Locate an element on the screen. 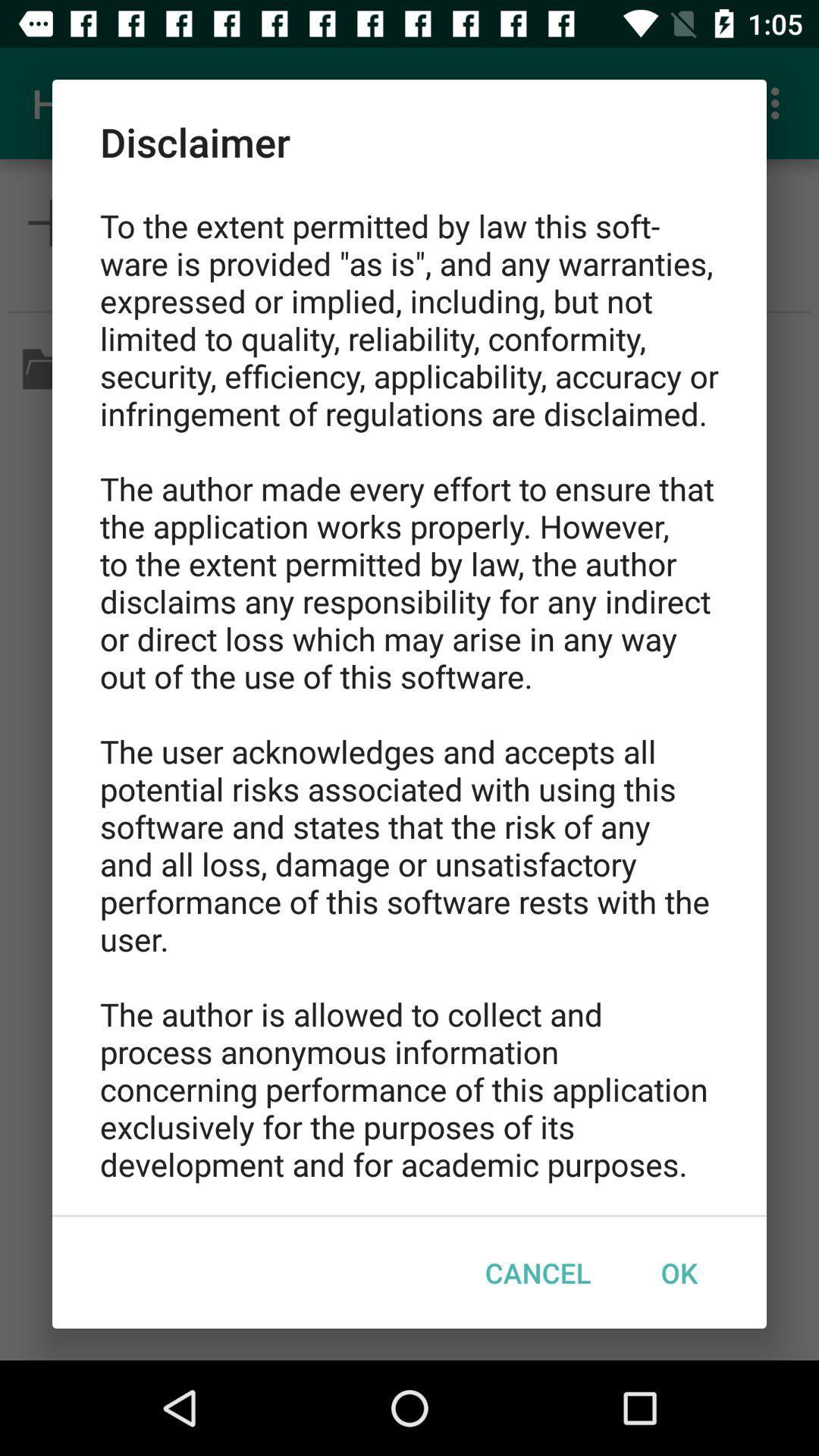 This screenshot has width=819, height=1456. cancel item is located at coordinates (537, 1272).